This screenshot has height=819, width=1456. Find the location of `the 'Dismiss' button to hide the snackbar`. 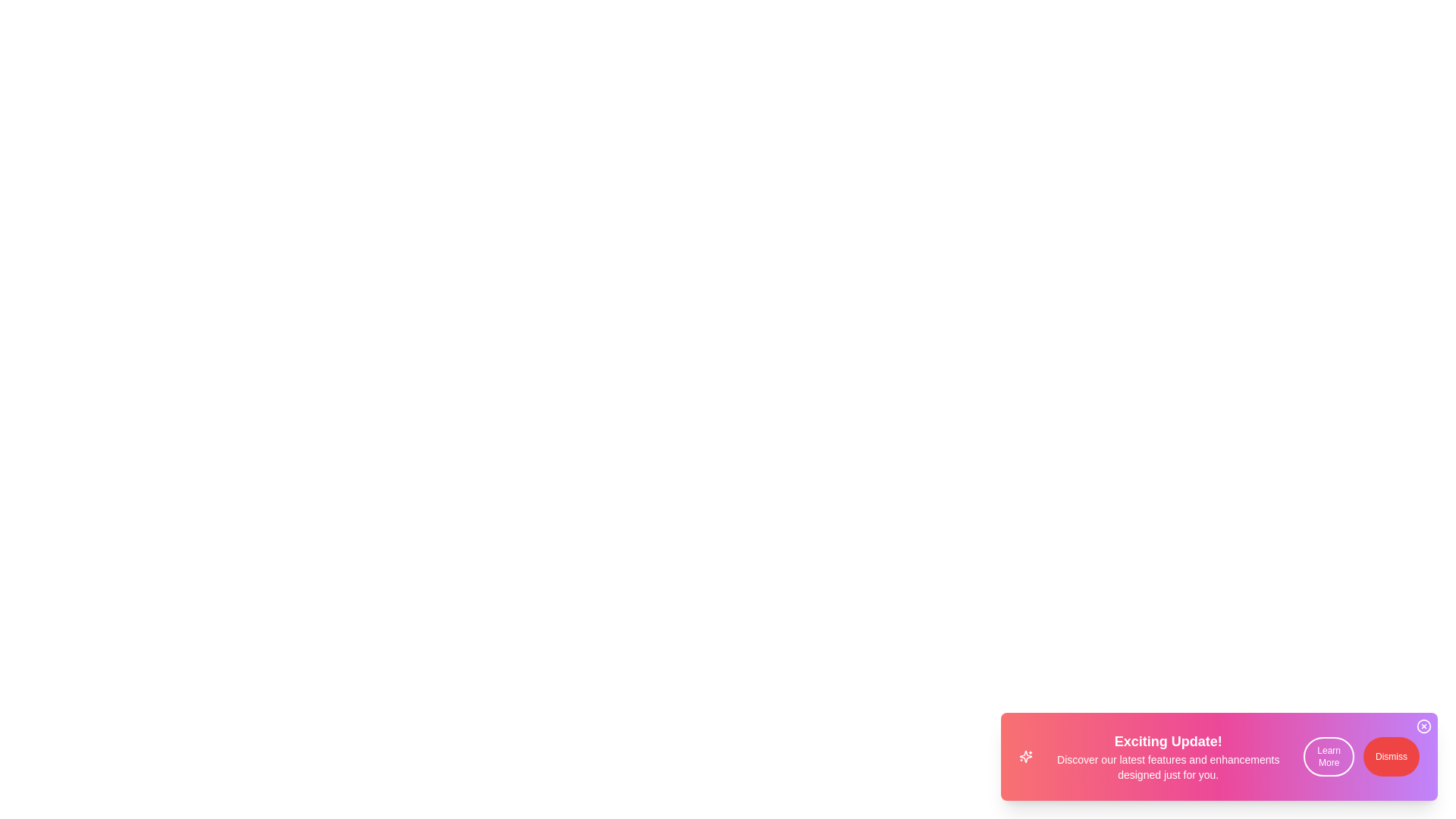

the 'Dismiss' button to hide the snackbar is located at coordinates (1391, 757).